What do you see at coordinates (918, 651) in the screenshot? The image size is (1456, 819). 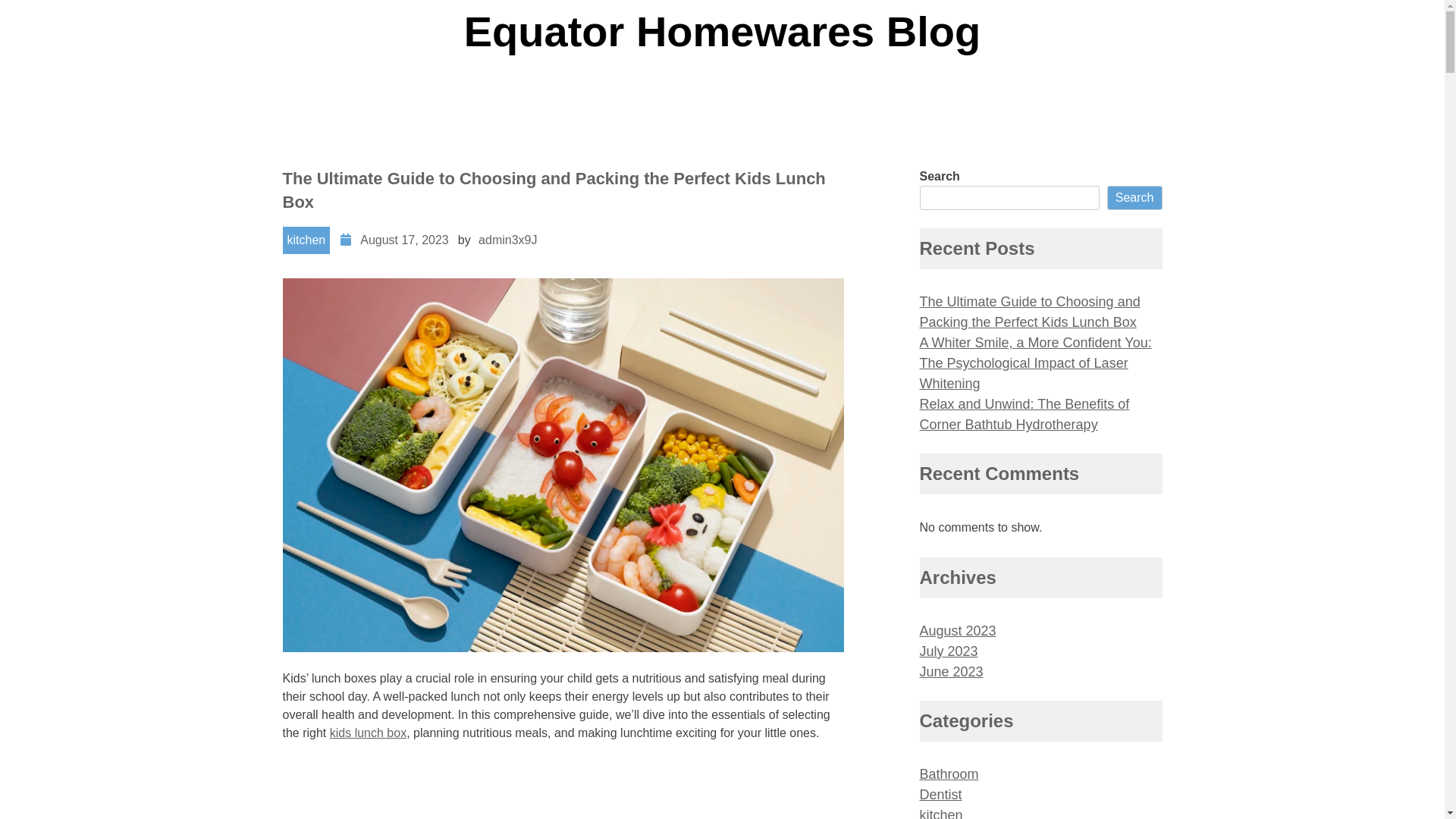 I see `'July 2023'` at bounding box center [918, 651].